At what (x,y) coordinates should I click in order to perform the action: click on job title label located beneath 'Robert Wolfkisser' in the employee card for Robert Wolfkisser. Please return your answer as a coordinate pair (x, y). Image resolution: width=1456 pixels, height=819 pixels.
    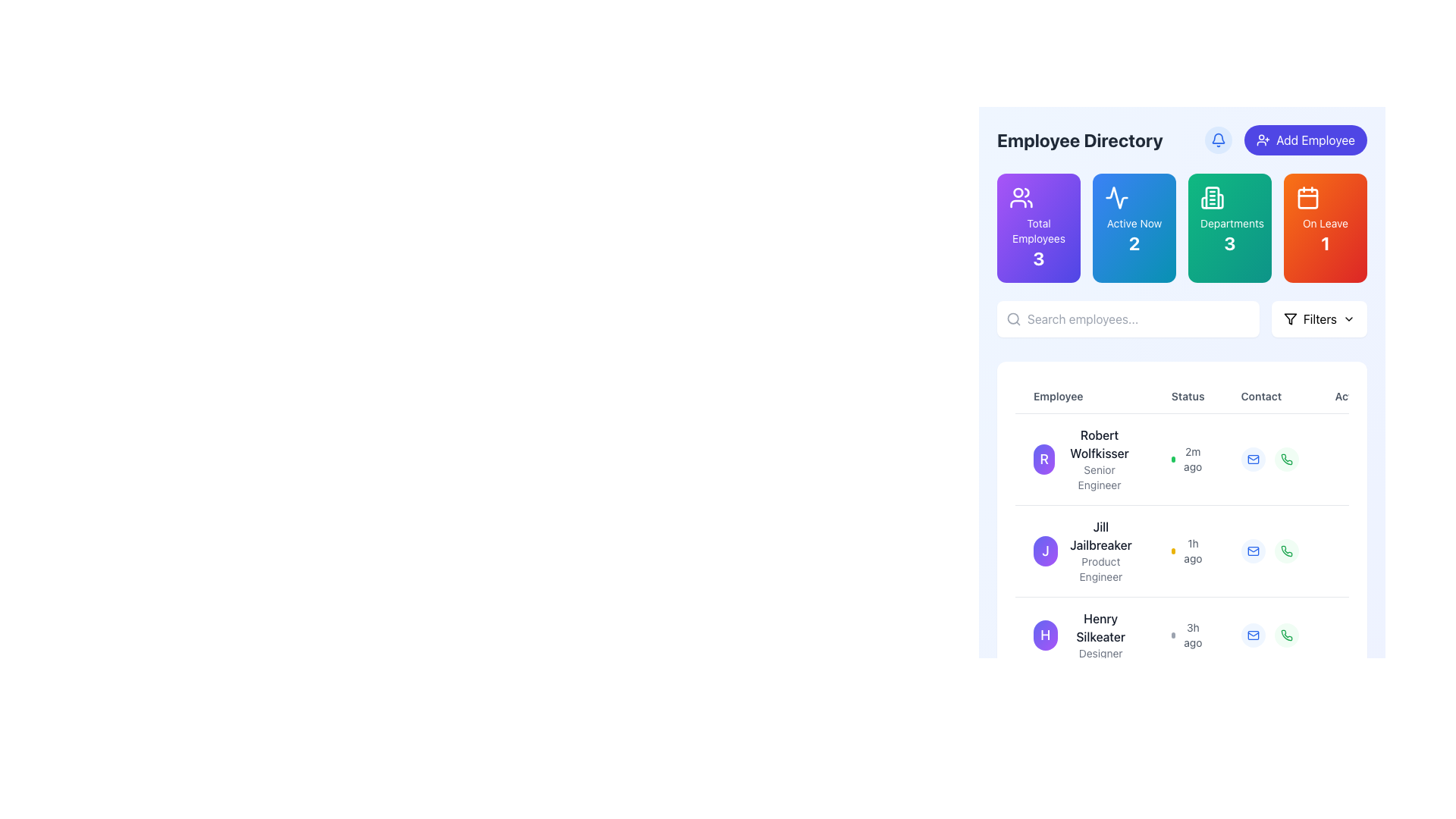
    Looking at the image, I should click on (1099, 476).